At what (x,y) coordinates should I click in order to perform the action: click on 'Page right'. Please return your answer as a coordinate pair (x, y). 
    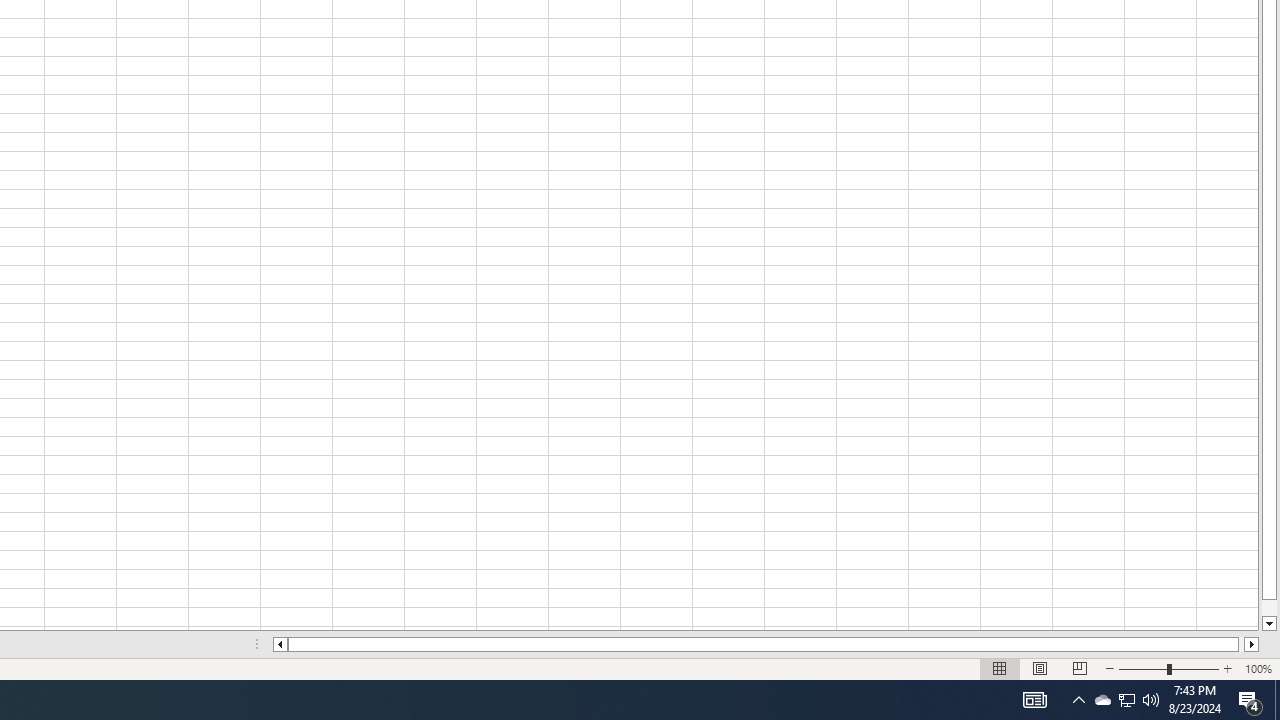
    Looking at the image, I should click on (1240, 644).